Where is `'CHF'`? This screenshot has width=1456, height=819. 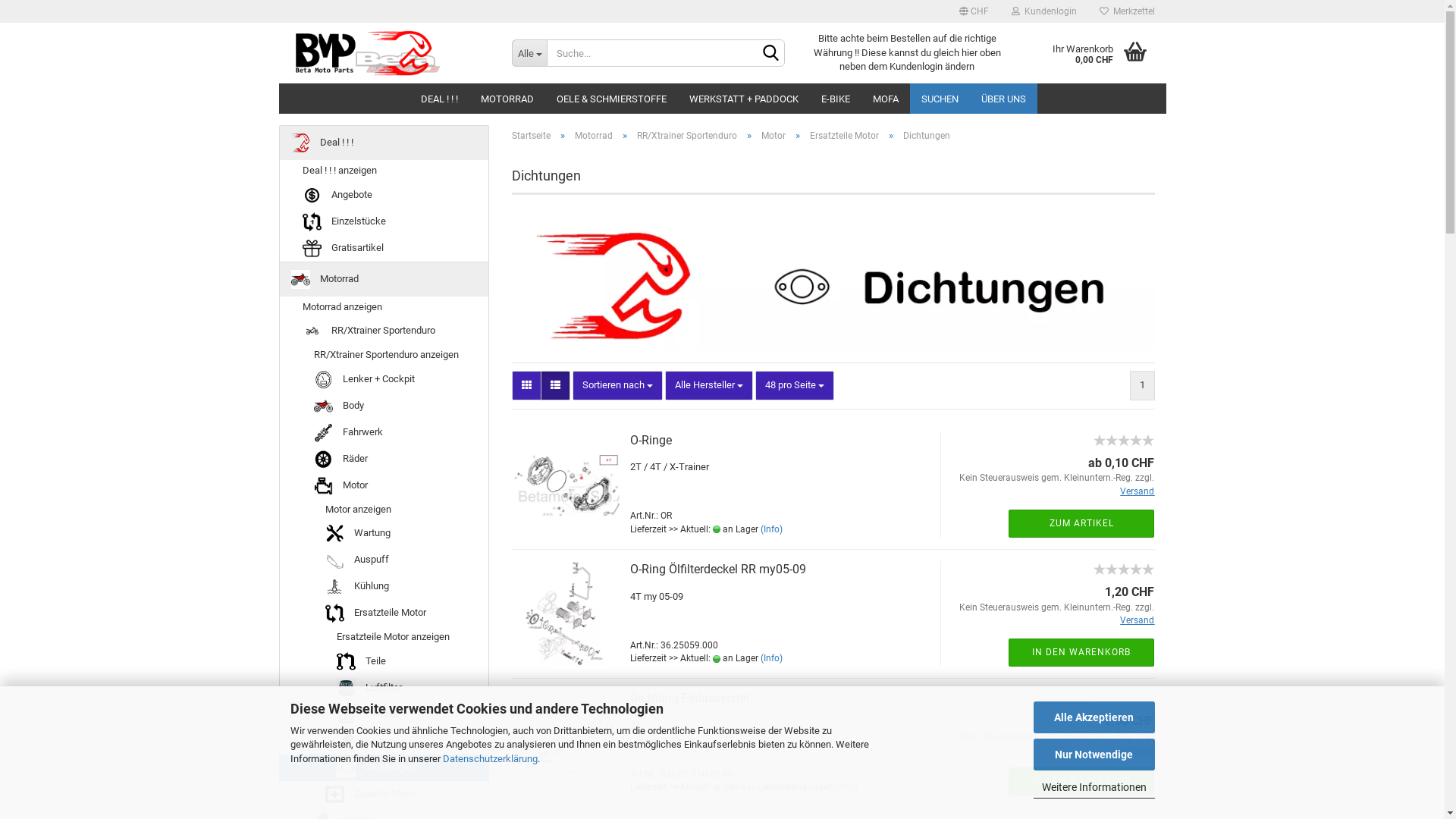 'CHF' is located at coordinates (974, 11).